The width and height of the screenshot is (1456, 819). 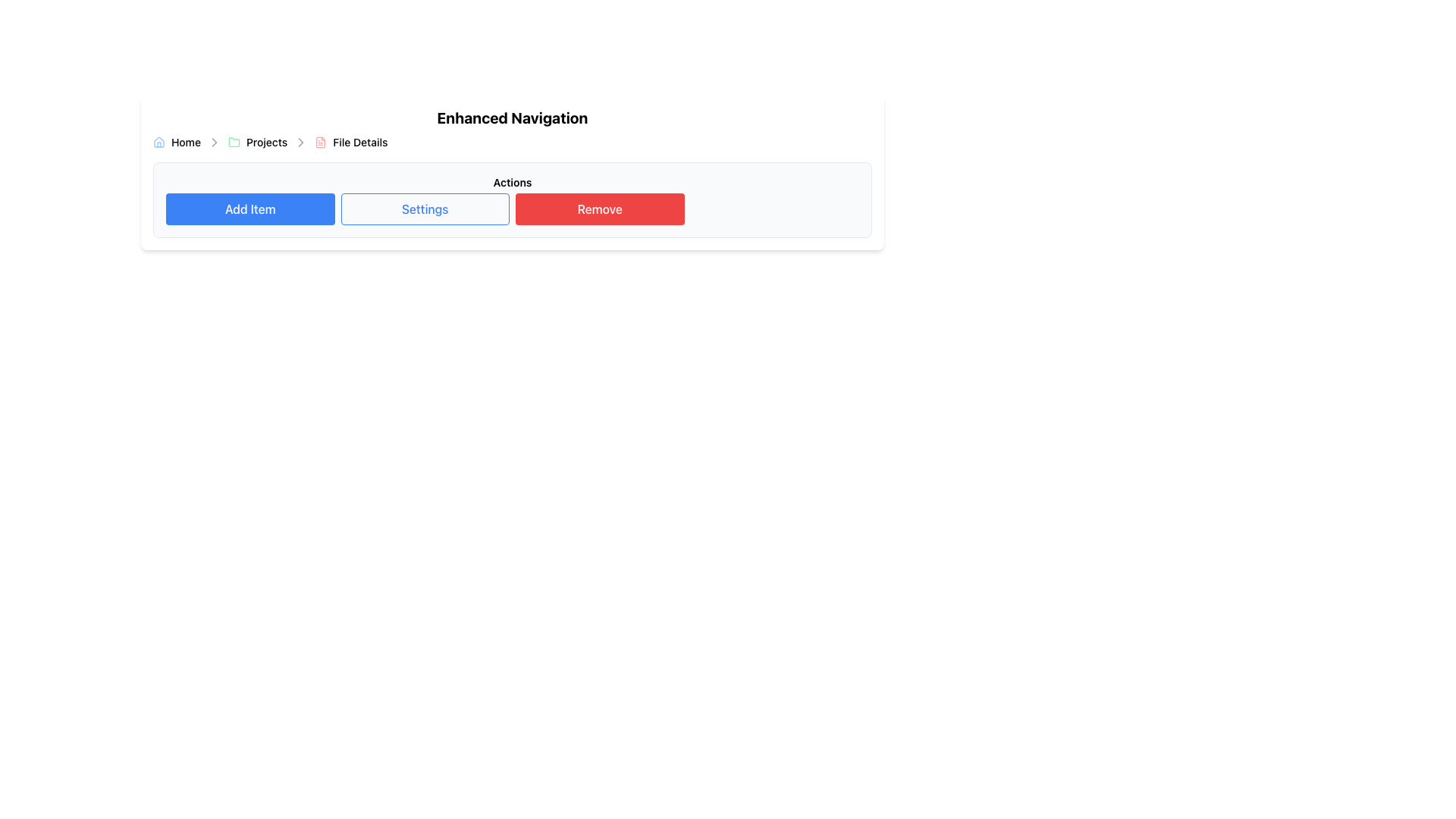 I want to click on the blue 'Add Item' button with white text, which is the first button in a row of three buttons, so click(x=250, y=209).